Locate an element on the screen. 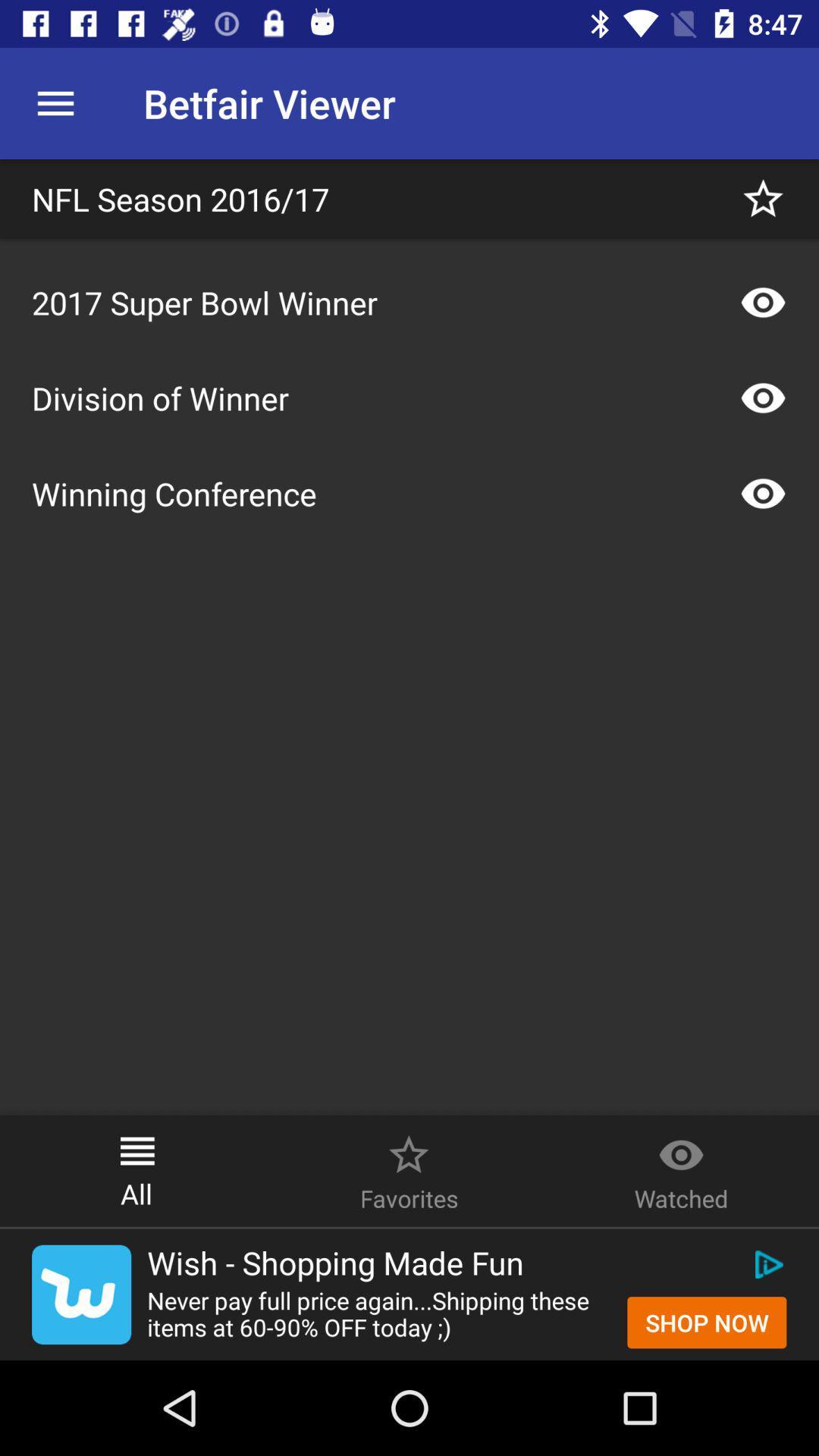 The height and width of the screenshot is (1456, 819). this page is located at coordinates (763, 198).